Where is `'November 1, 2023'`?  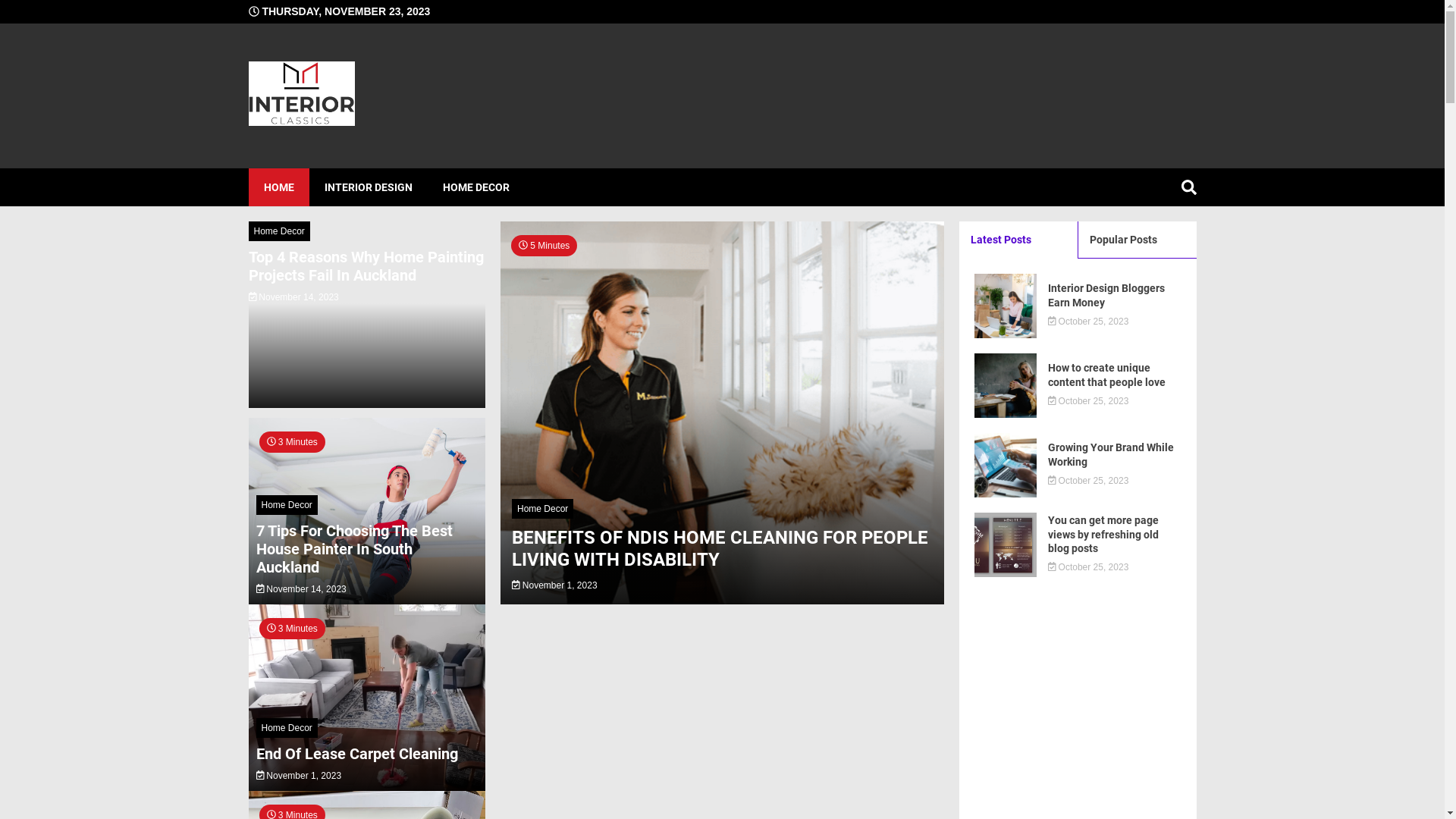
'November 1, 2023' is located at coordinates (554, 584).